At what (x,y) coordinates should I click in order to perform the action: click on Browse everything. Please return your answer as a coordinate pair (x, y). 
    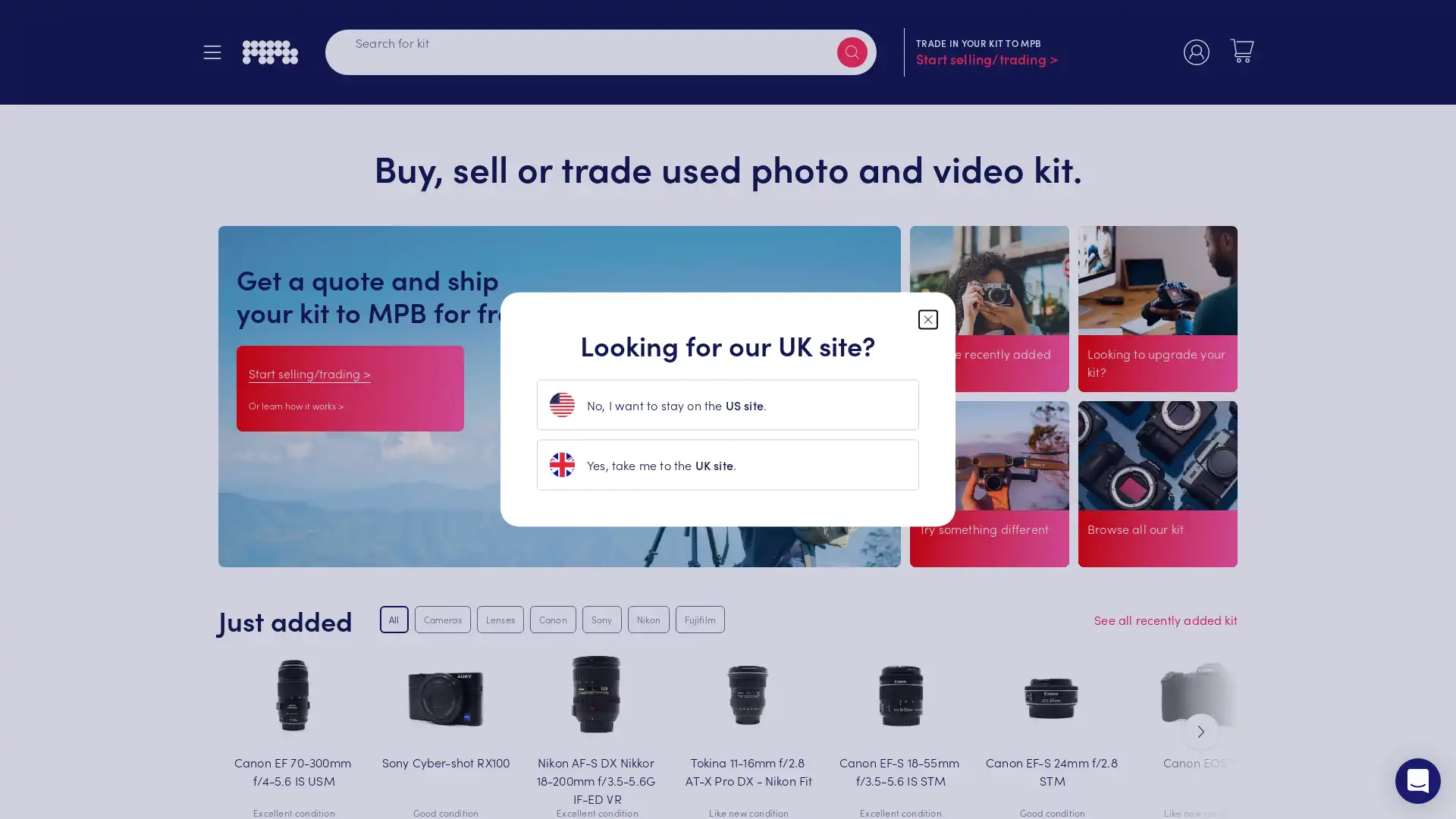
    Looking at the image, I should click on (1139, 551).